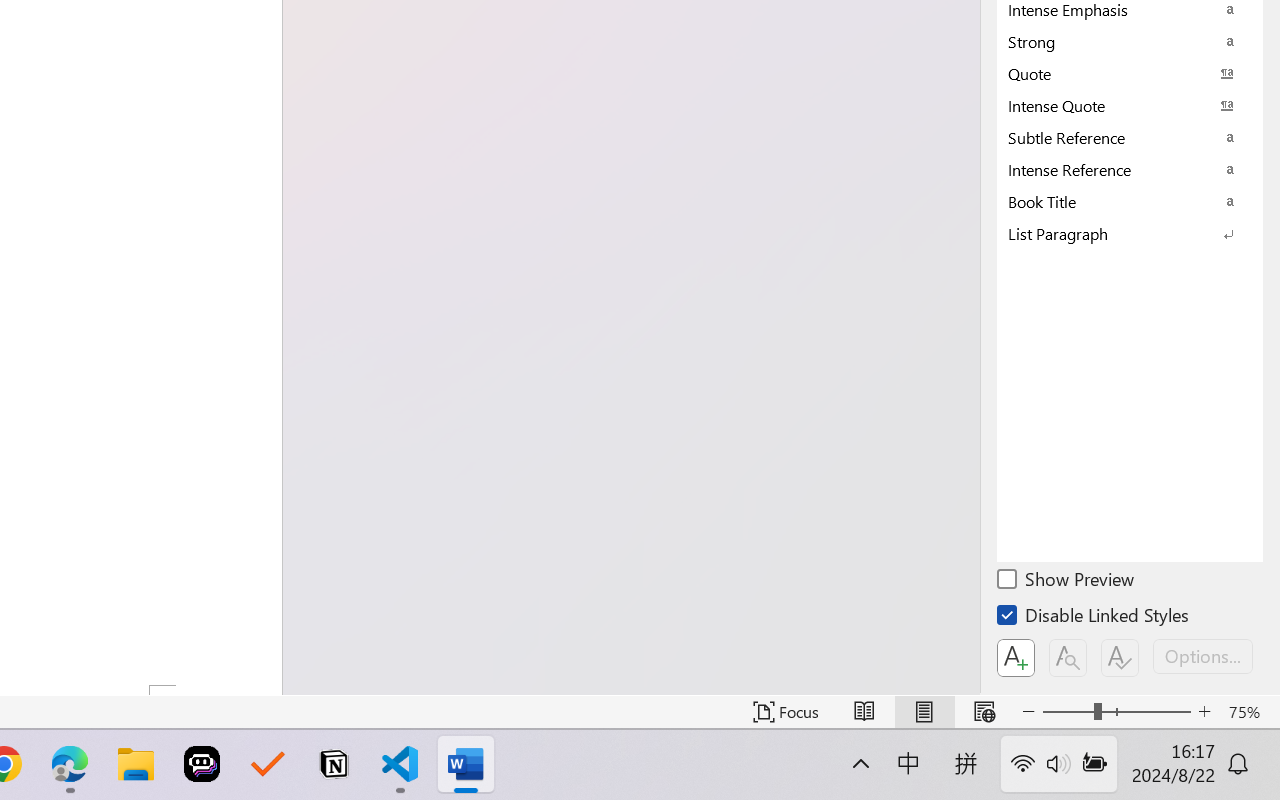  I want to click on 'Subtle Reference', so click(1130, 137).